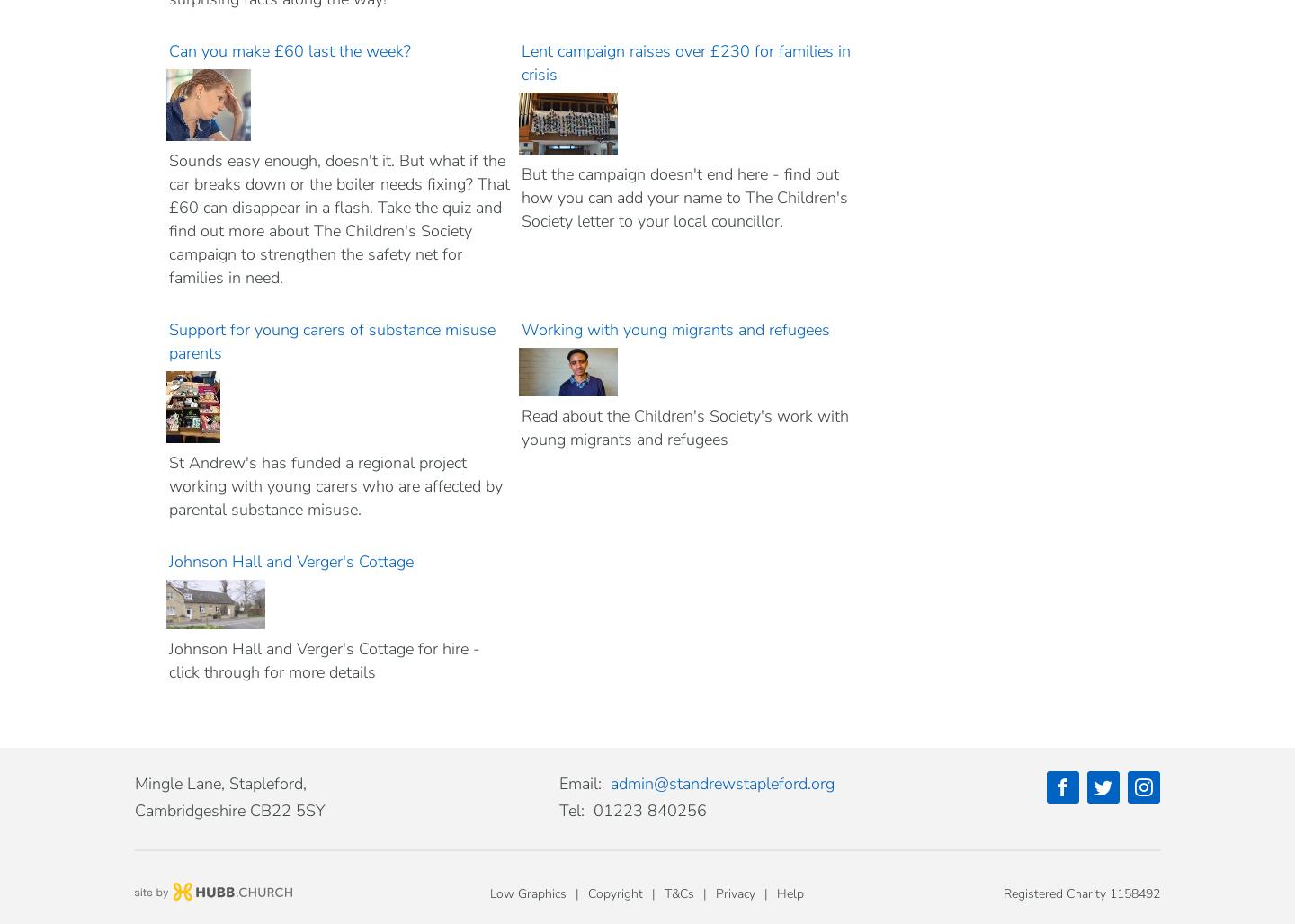 The height and width of the screenshot is (924, 1295). I want to click on 'T&Cs', so click(678, 893).